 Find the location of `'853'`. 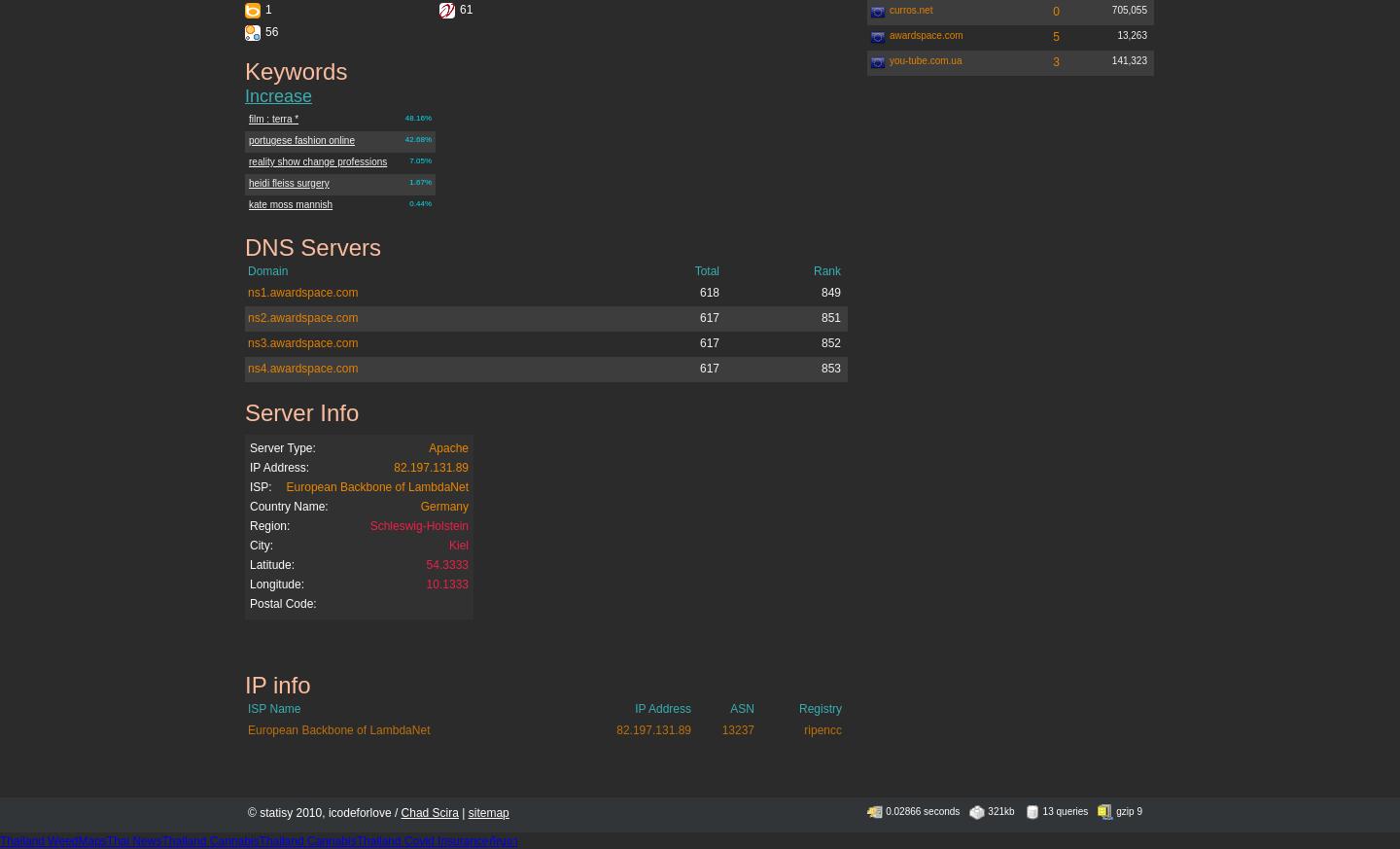

'853' is located at coordinates (829, 367).